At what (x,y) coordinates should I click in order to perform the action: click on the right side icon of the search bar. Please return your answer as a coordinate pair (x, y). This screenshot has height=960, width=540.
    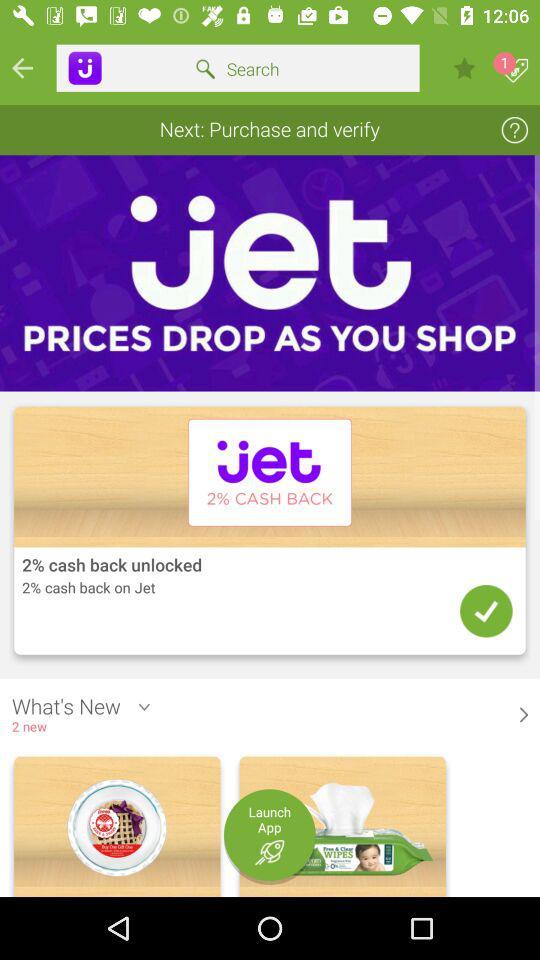
    Looking at the image, I should click on (464, 68).